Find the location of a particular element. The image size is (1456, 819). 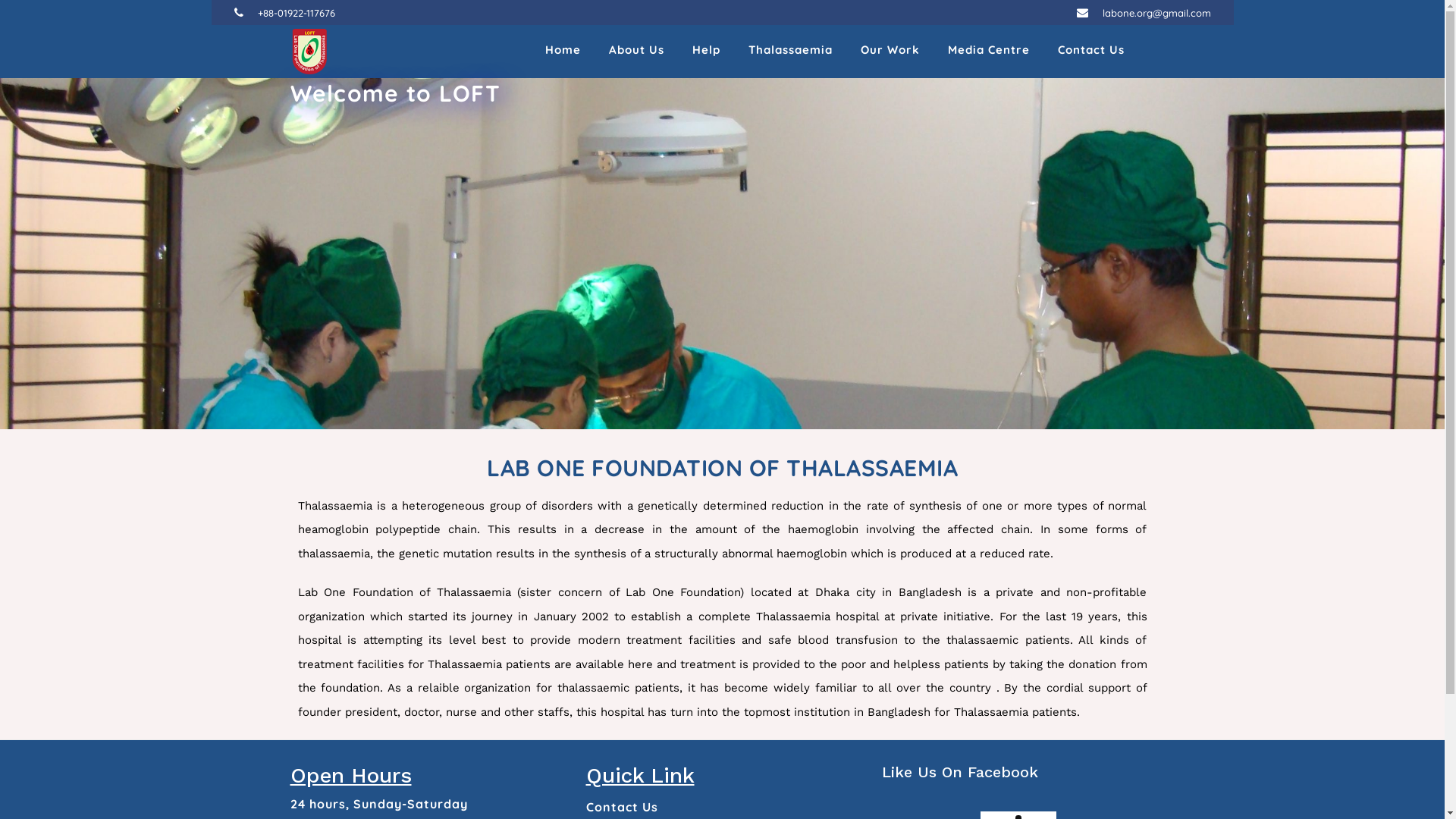

'Help' is located at coordinates (704, 51).